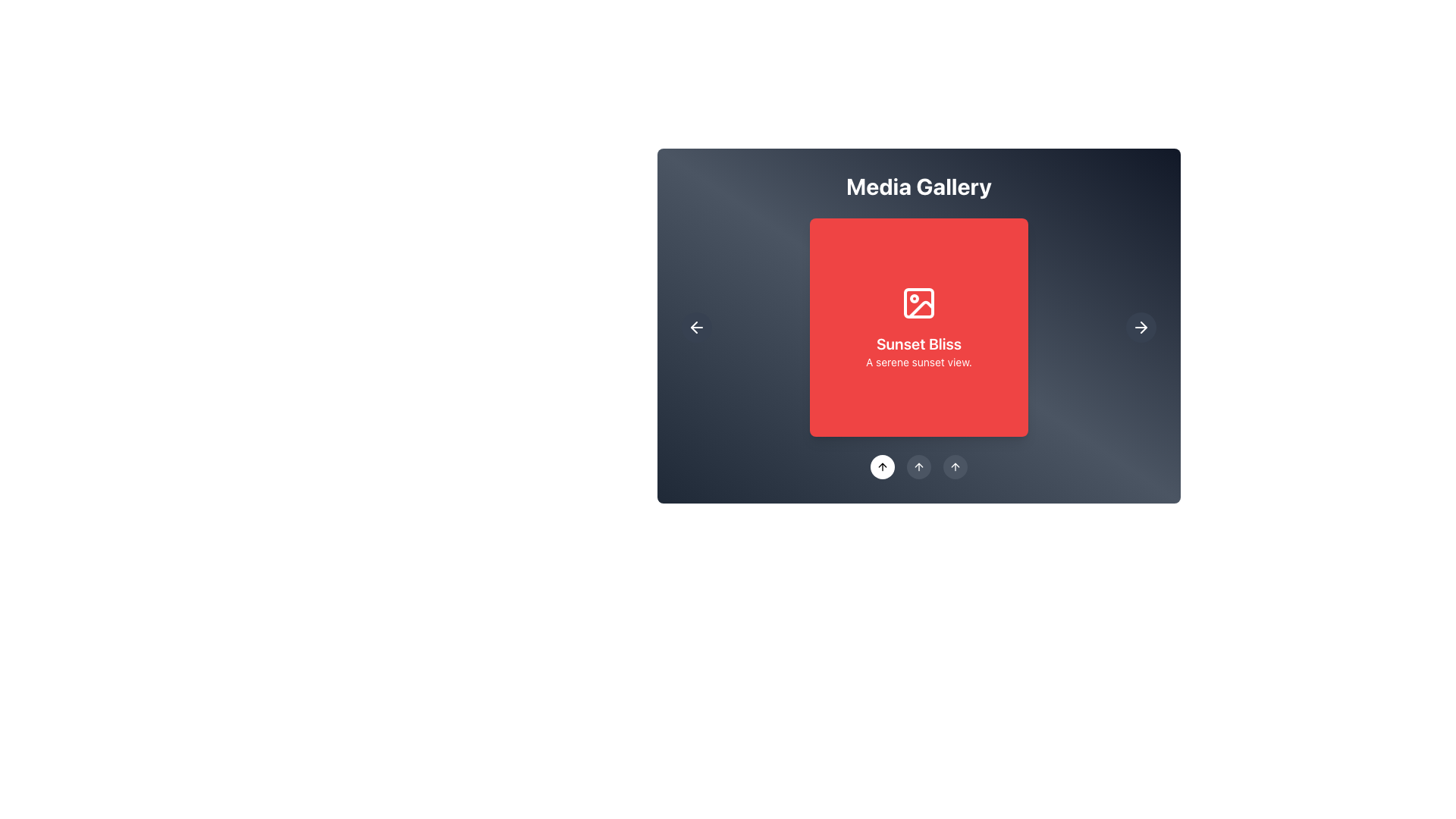  Describe the element at coordinates (1141, 327) in the screenshot. I see `the navigation Icon Button located in the lower right part of the dark interface panel` at that location.